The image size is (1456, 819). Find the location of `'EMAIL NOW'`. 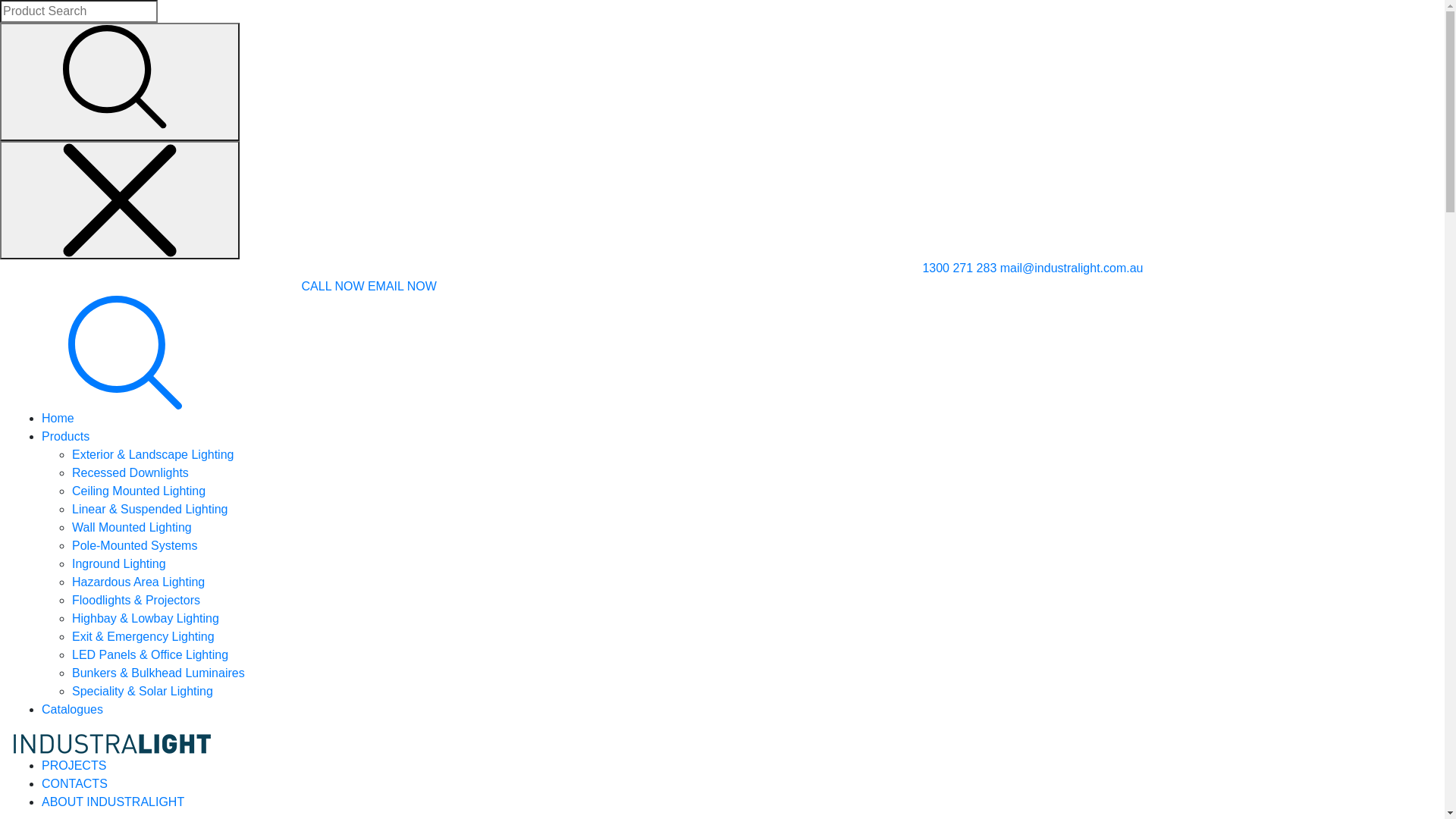

'EMAIL NOW' is located at coordinates (367, 286).